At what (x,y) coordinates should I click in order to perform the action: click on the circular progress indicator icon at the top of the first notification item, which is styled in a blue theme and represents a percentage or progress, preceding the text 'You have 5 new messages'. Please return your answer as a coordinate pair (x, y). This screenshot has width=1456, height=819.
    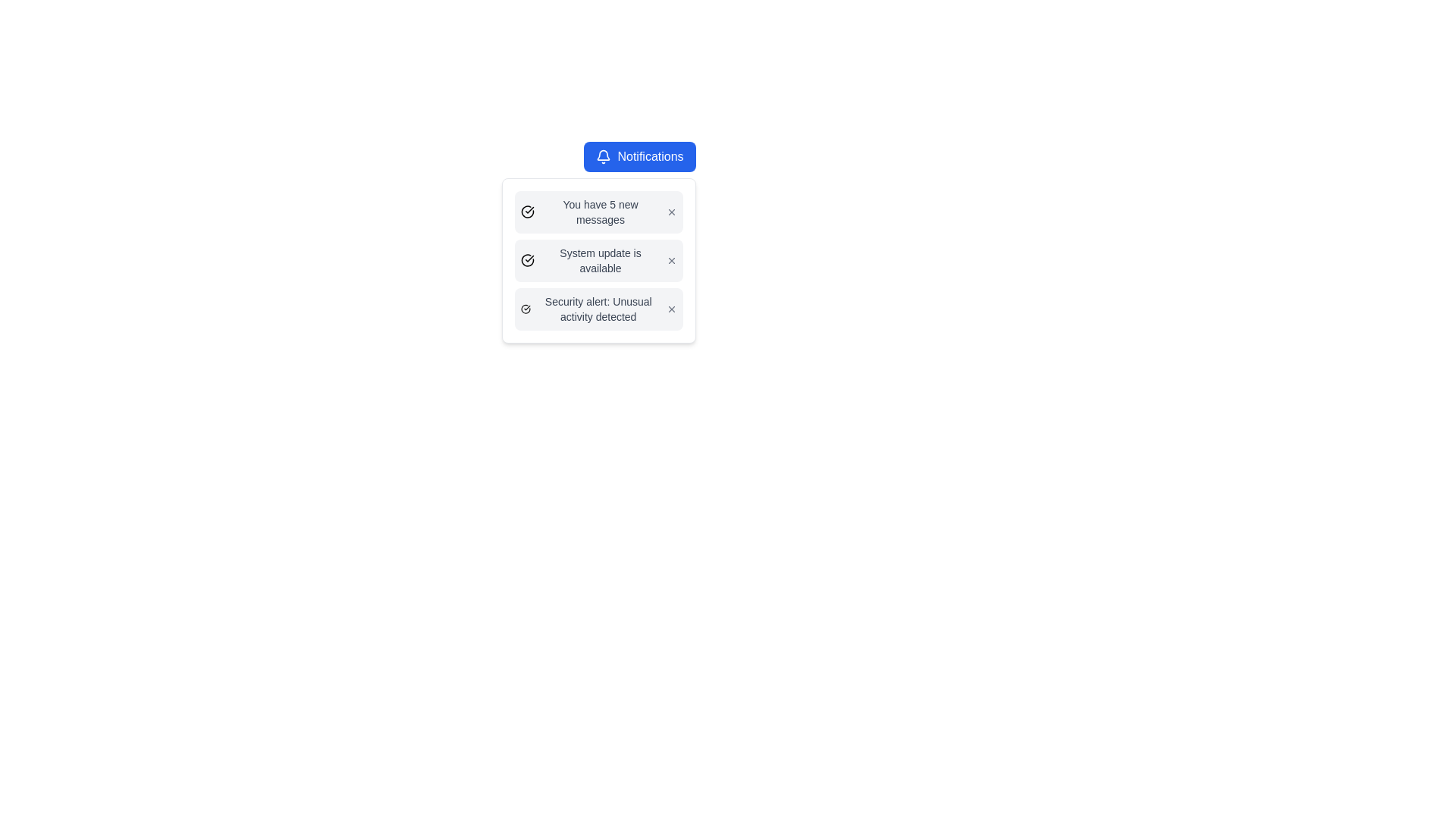
    Looking at the image, I should click on (528, 211).